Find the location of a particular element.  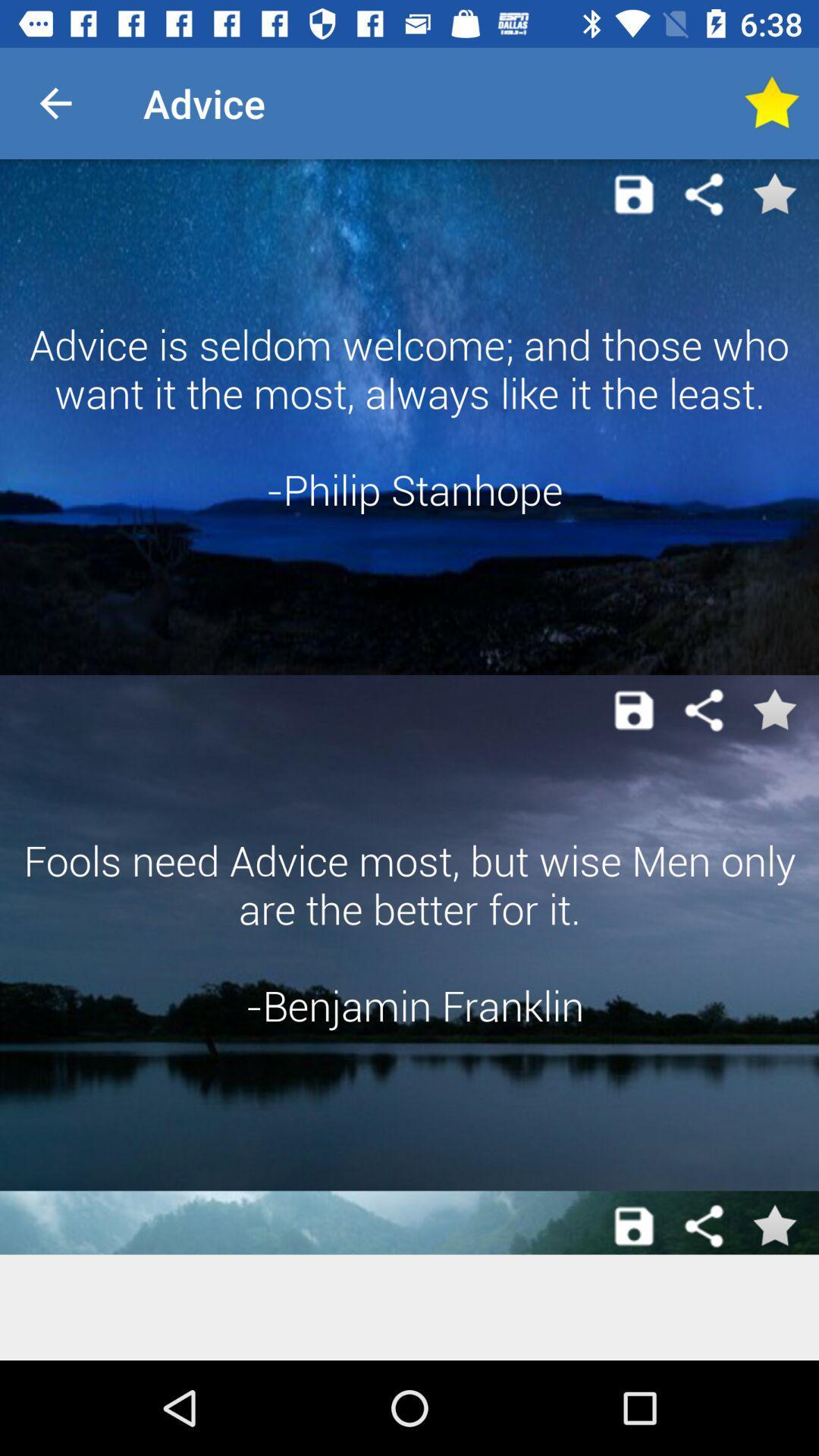

to favorite is located at coordinates (773, 193).